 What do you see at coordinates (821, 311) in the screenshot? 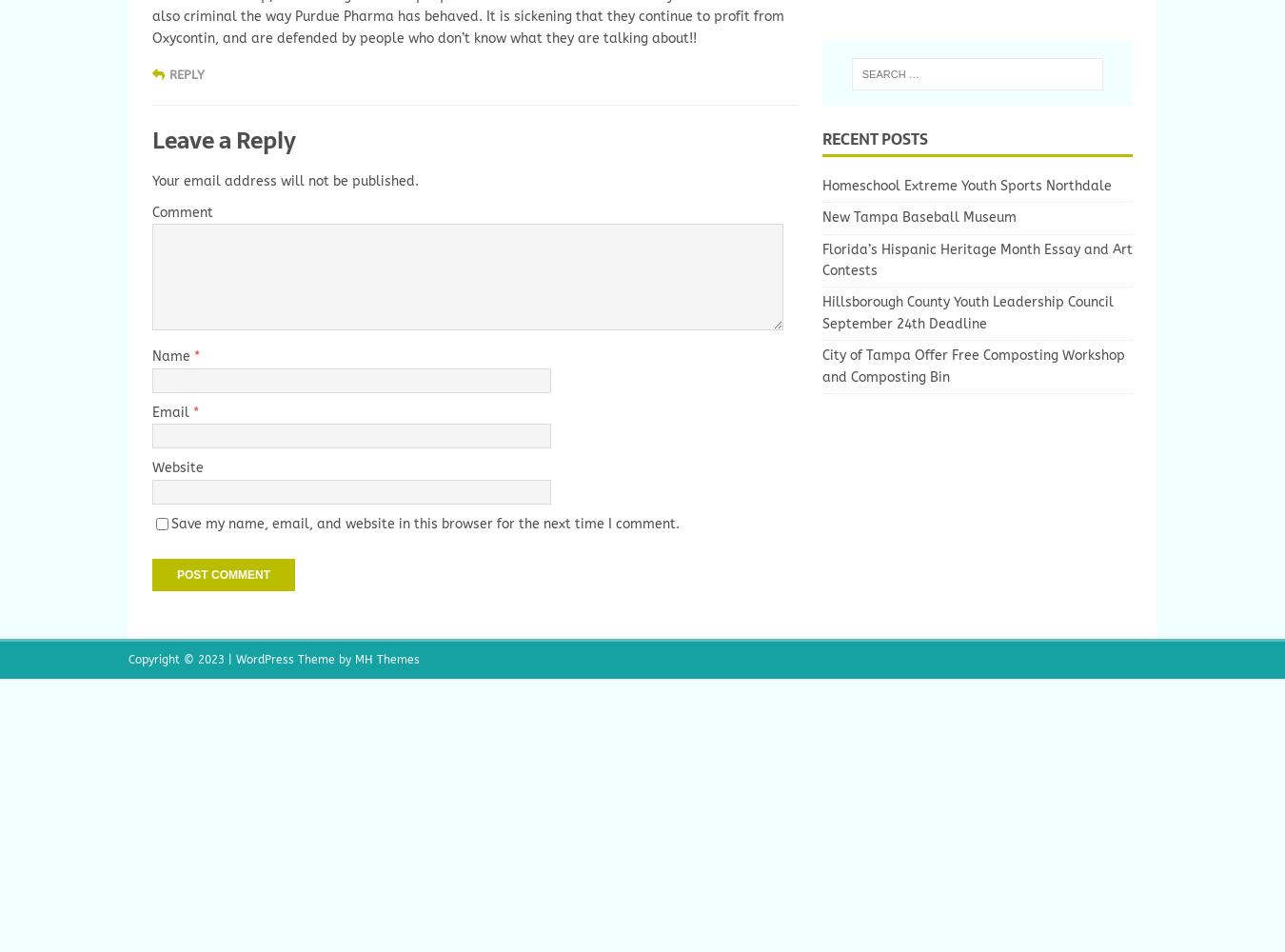
I see `'Hillsborough County Youth Leadership Council September 24th Deadline'` at bounding box center [821, 311].